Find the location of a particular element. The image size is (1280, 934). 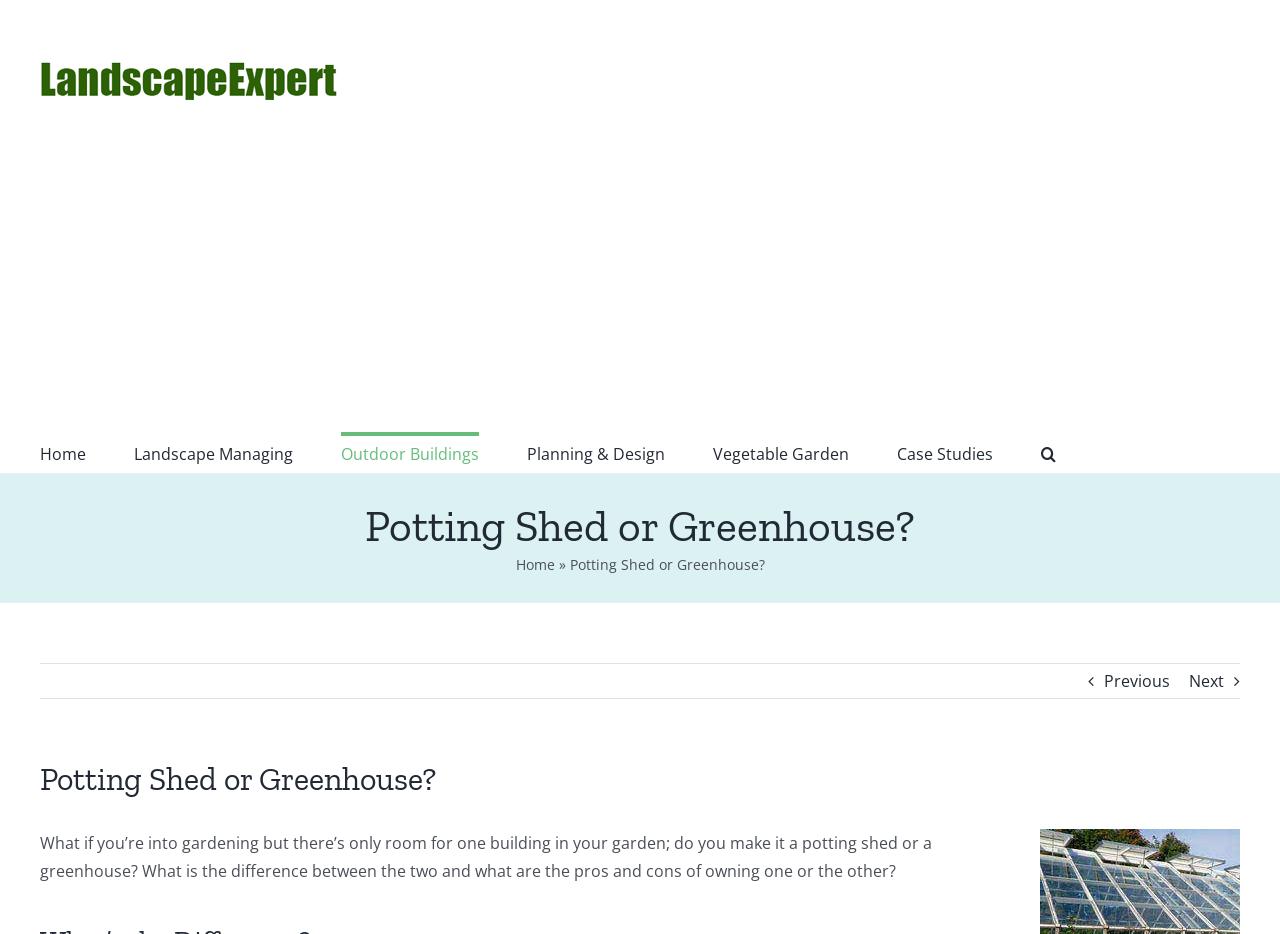

'Previous' is located at coordinates (1103, 679).